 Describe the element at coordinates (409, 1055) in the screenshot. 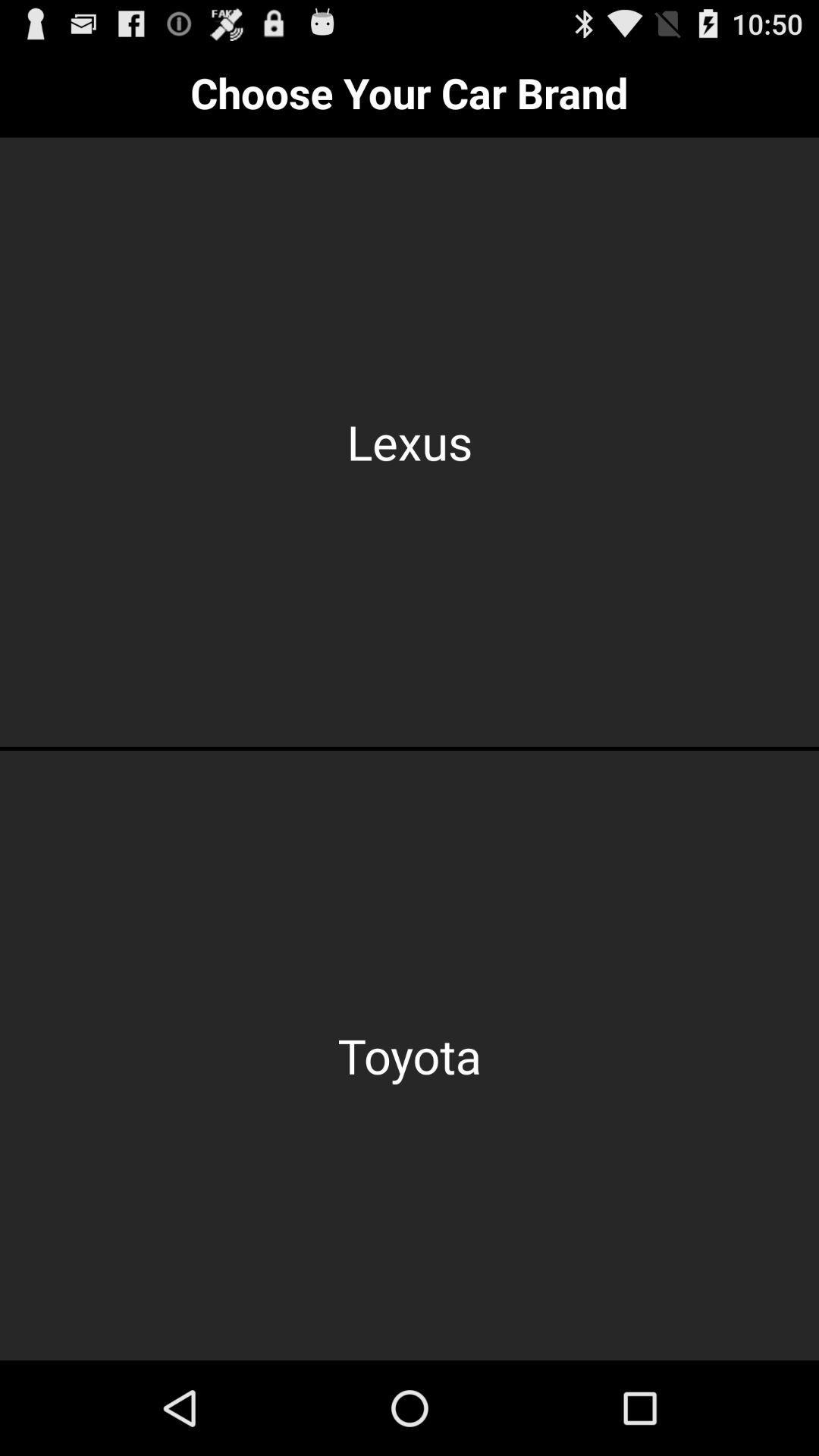

I see `the toyota icon` at that location.